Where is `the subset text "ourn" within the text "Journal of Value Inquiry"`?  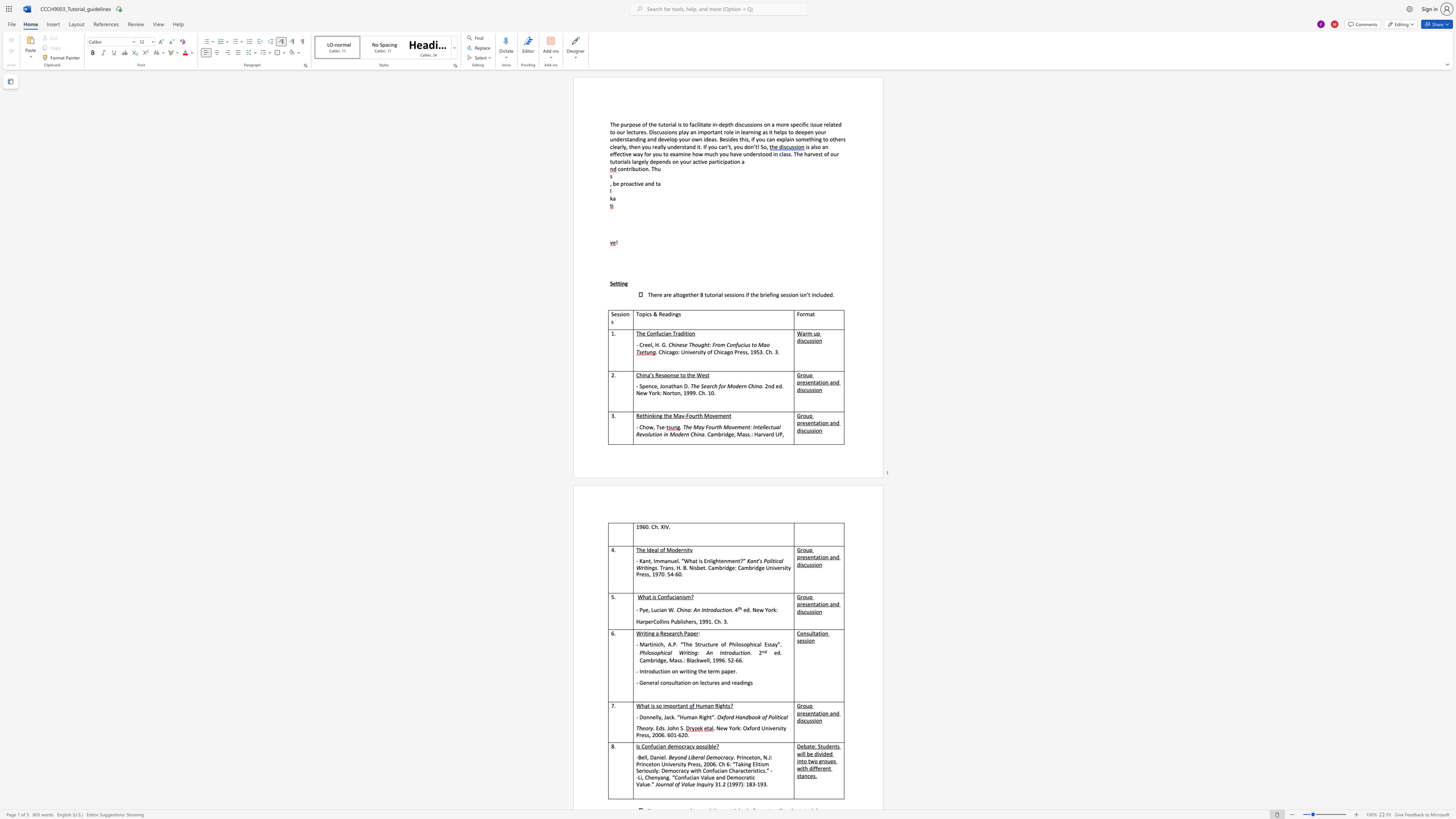
the subset text "ourn" within the text "Journal of Value Inquiry" is located at coordinates (657, 784).